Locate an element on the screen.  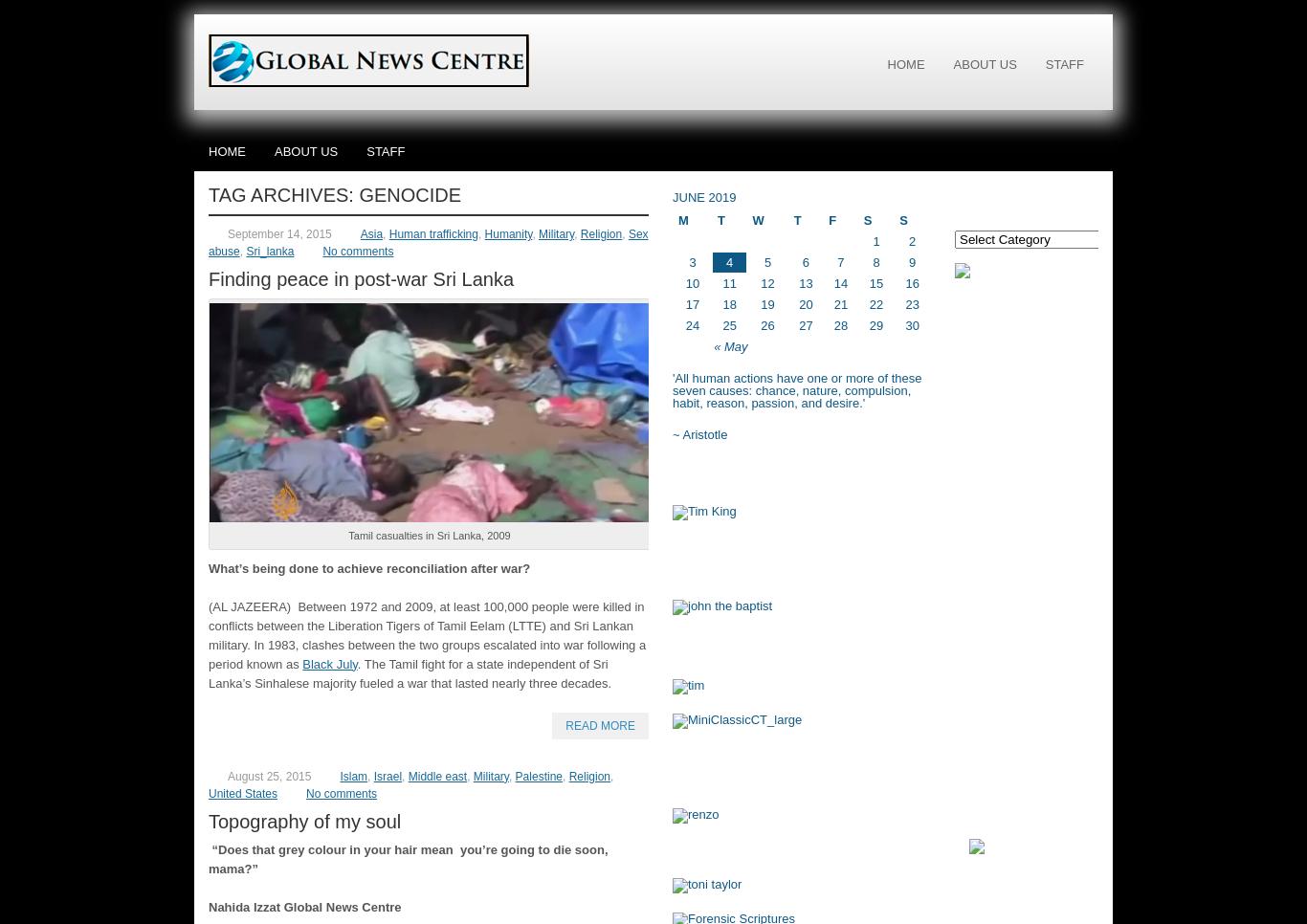
'10' is located at coordinates (692, 282).